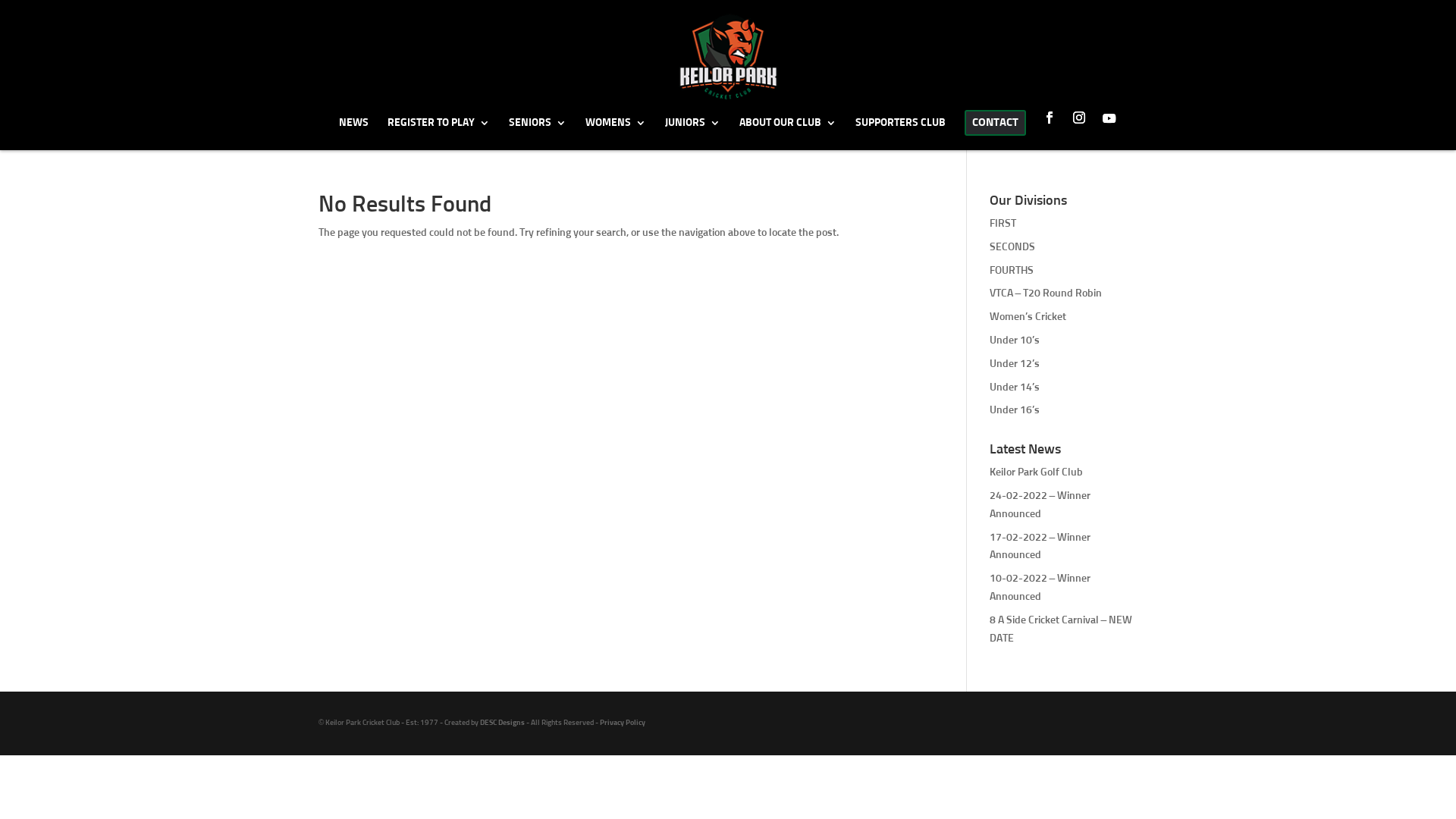 This screenshot has height=819, width=1456. What do you see at coordinates (1003, 223) in the screenshot?
I see `'FIRST'` at bounding box center [1003, 223].